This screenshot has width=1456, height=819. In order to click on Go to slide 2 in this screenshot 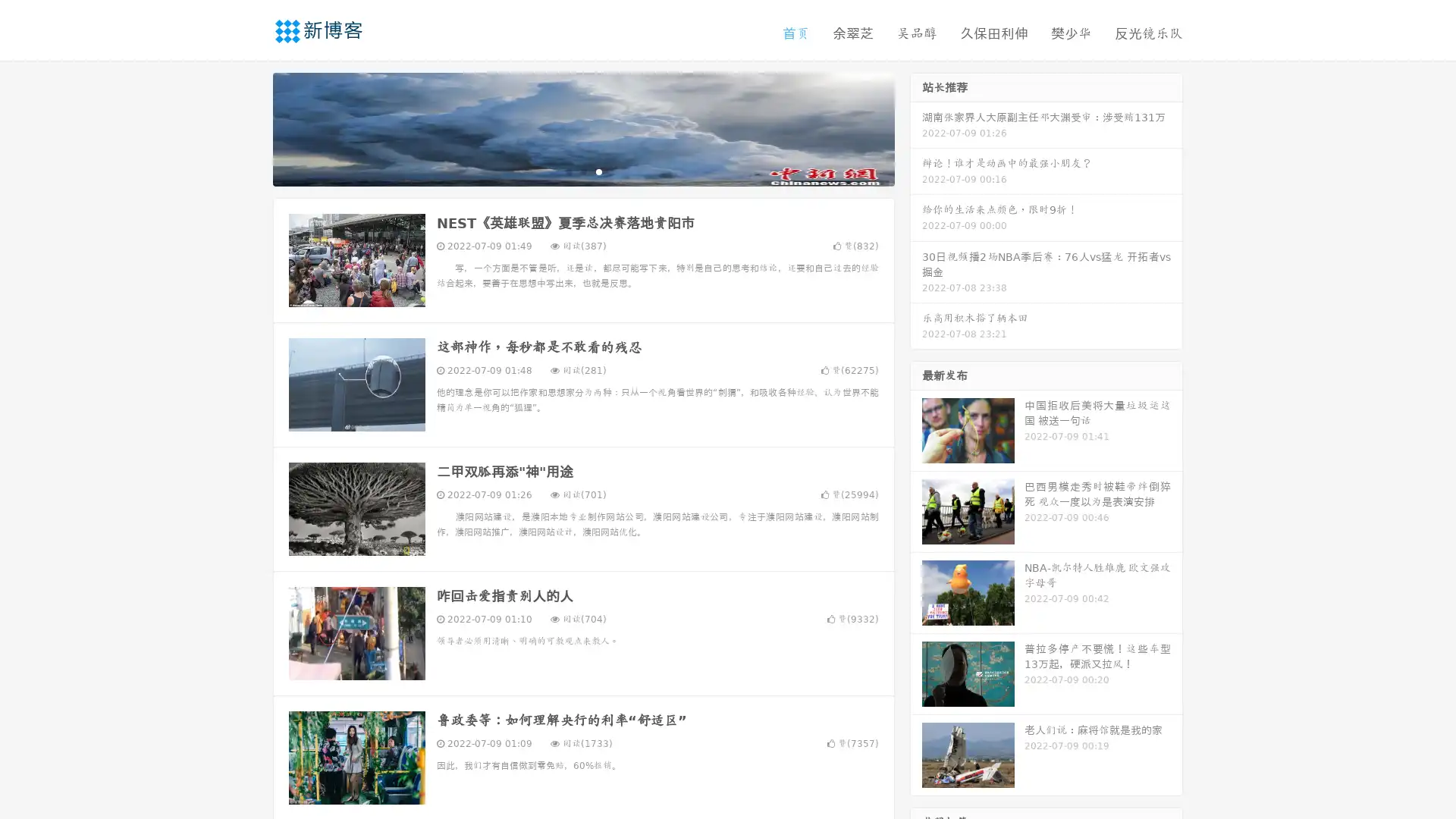, I will do `click(582, 171)`.